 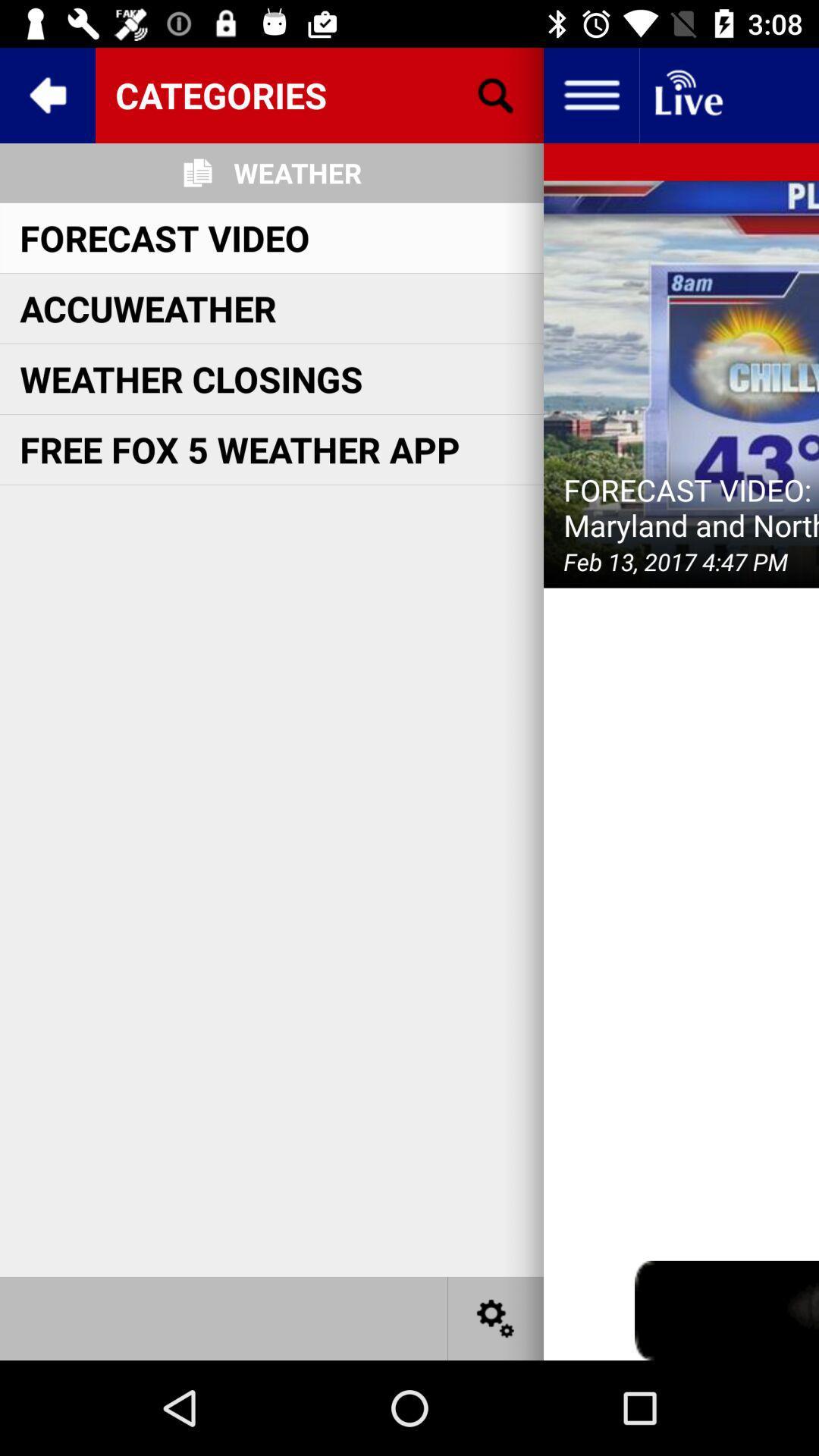 I want to click on back button, so click(x=46, y=94).